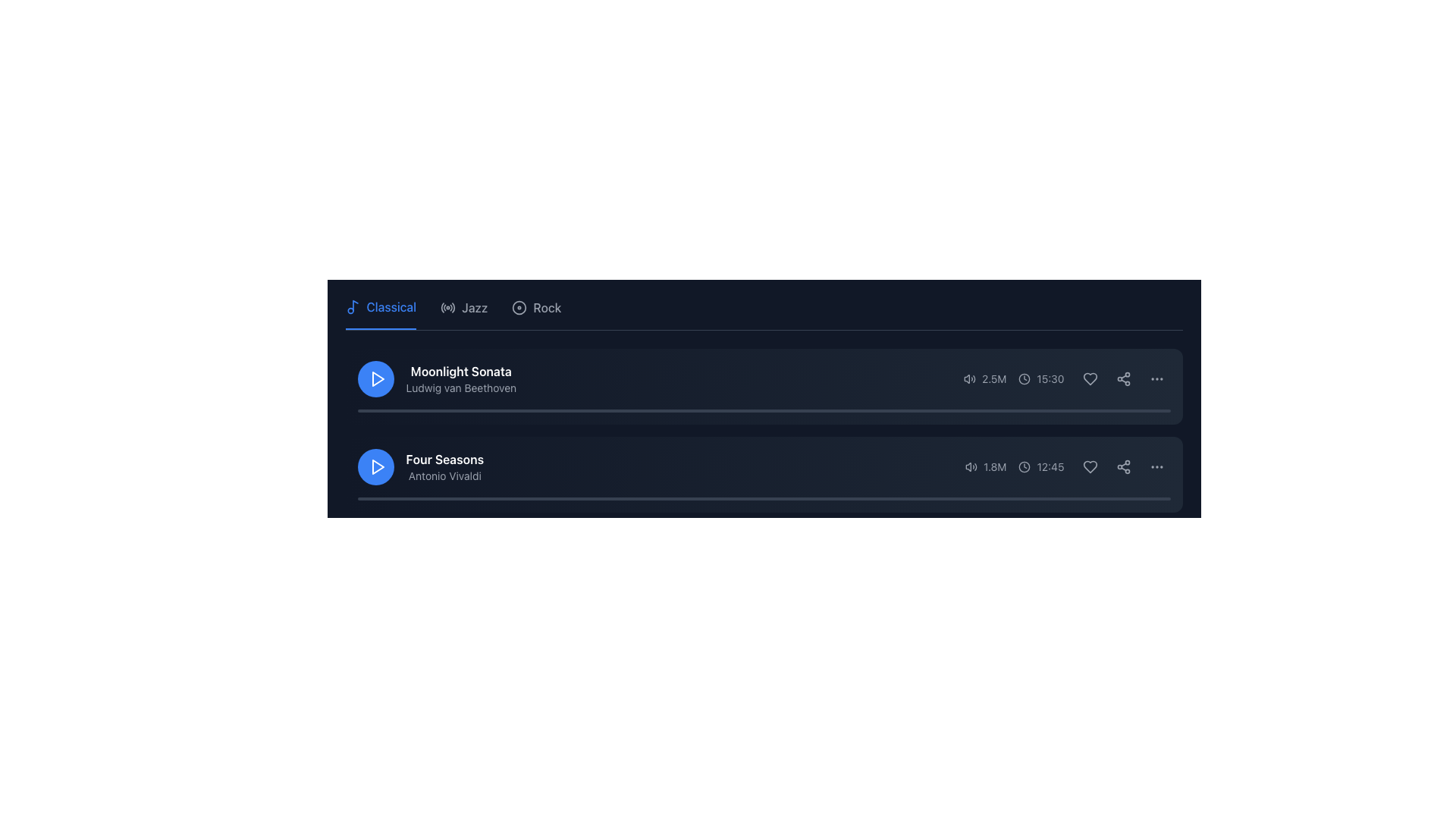 Image resolution: width=1456 pixels, height=819 pixels. What do you see at coordinates (352, 307) in the screenshot?
I see `the blue outlined musical note icon located at the beginning of the 'Classical' category section in the navigation bar` at bounding box center [352, 307].